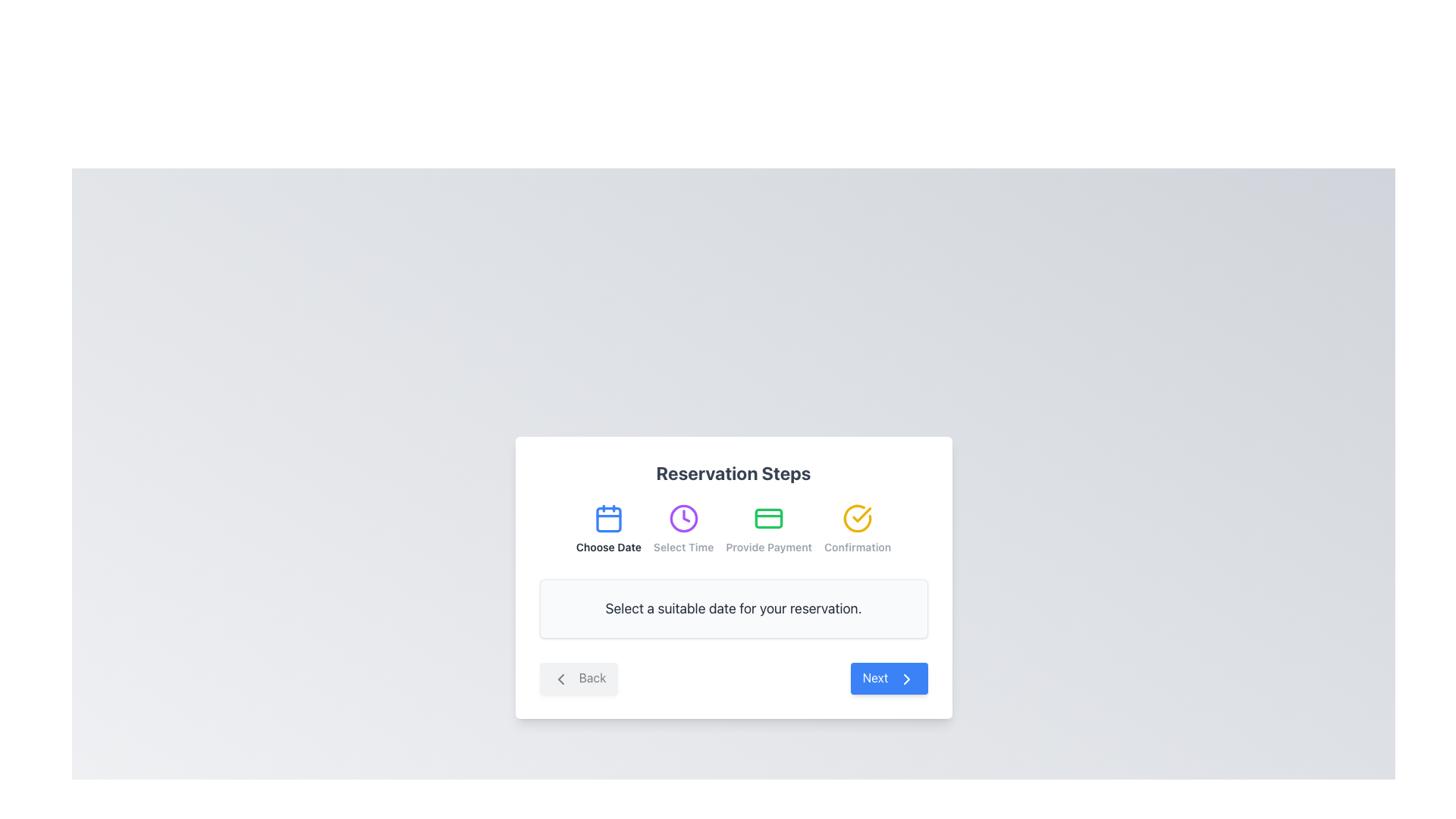 Image resolution: width=1456 pixels, height=819 pixels. What do you see at coordinates (906, 678) in the screenshot?
I see `the chevron arrow icon located inside the 'Next' button at the bottom-right corner of the 'Reservation Steps' modal` at bounding box center [906, 678].